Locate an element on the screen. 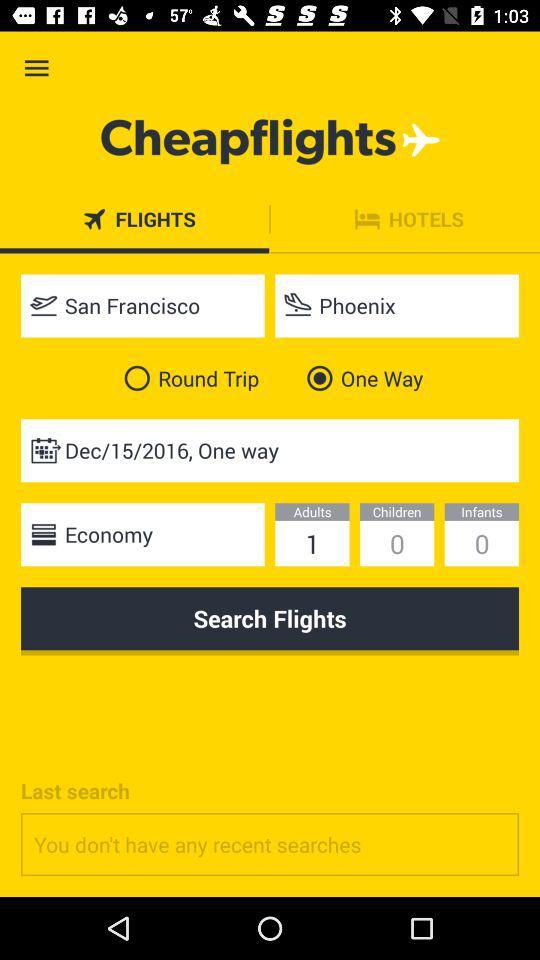 The height and width of the screenshot is (960, 540). item above the dec 15 2016 item is located at coordinates (187, 377).